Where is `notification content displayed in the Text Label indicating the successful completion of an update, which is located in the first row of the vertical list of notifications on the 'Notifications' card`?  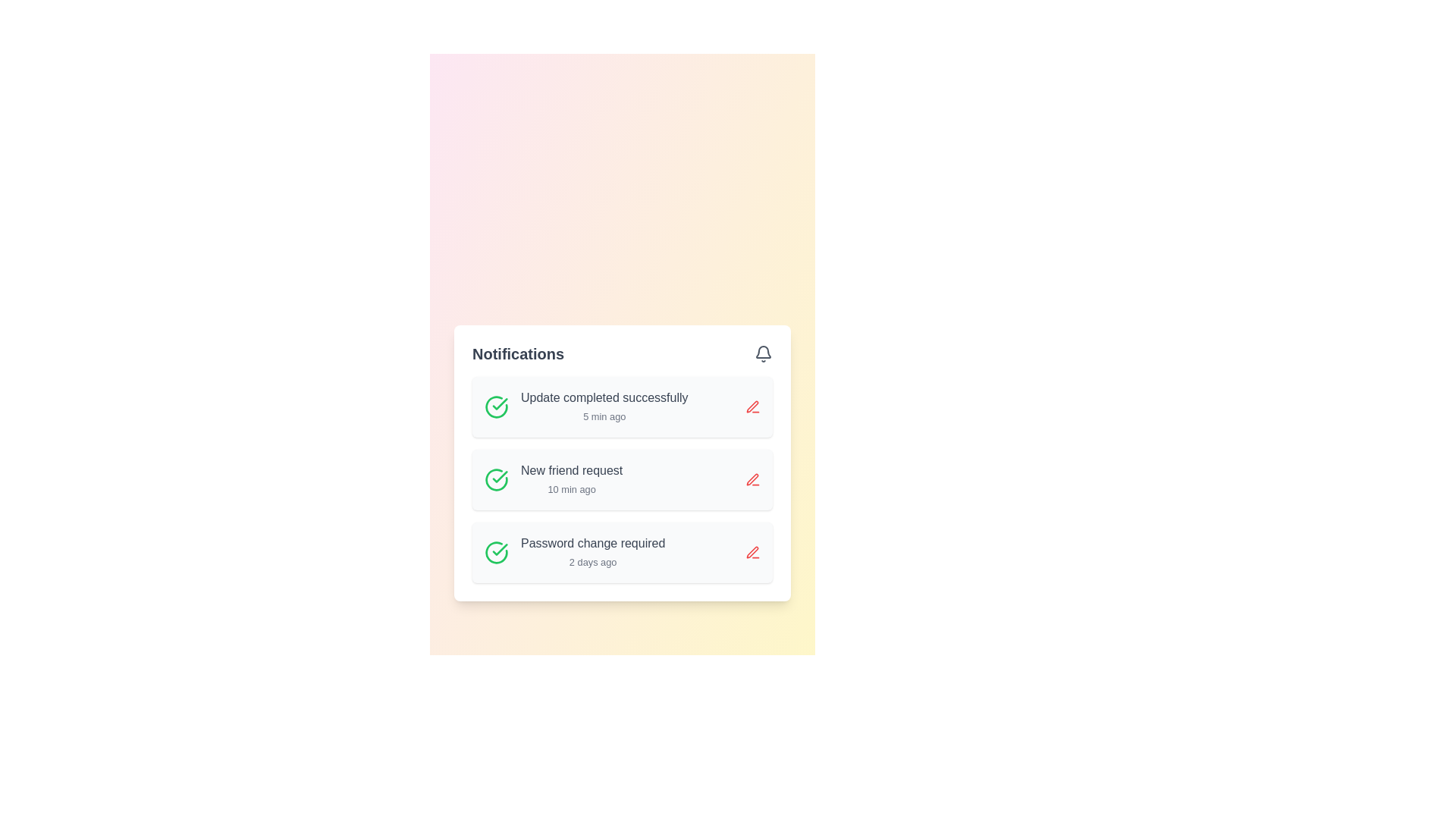 notification content displayed in the Text Label indicating the successful completion of an update, which is located in the first row of the vertical list of notifications on the 'Notifications' card is located at coordinates (604, 406).